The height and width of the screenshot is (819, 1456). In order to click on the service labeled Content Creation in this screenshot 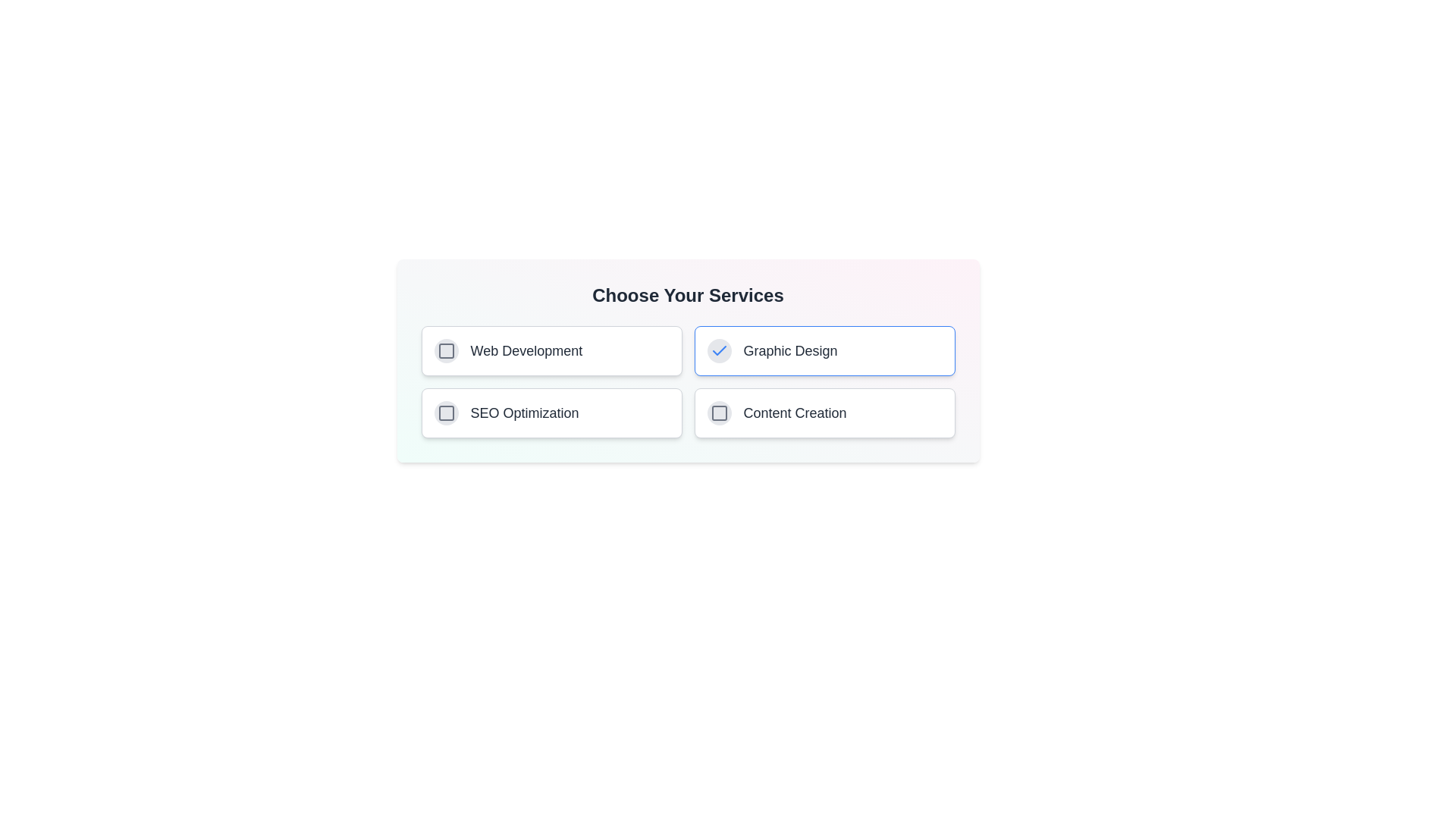, I will do `click(793, 413)`.